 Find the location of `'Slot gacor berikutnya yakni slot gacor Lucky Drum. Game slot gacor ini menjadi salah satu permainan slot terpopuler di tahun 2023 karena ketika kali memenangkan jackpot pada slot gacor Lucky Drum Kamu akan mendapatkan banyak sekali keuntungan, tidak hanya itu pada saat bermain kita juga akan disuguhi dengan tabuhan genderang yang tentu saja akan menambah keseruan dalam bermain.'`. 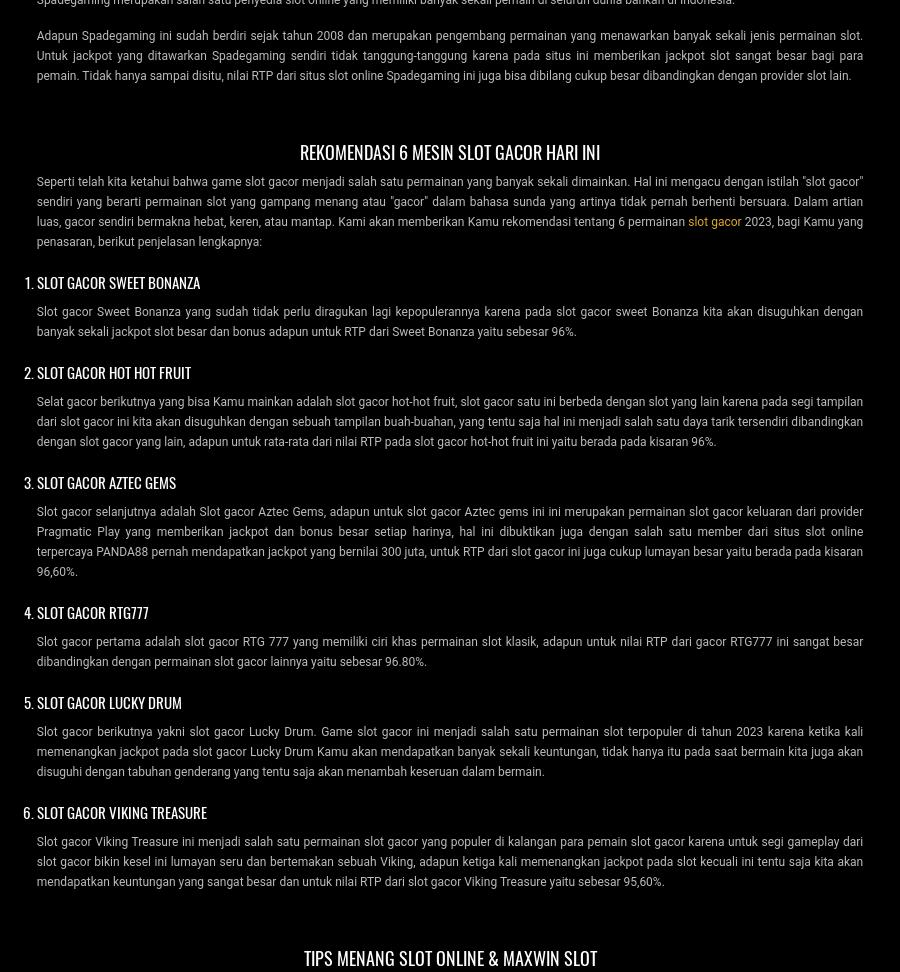

'Slot gacor berikutnya yakni slot gacor Lucky Drum. Game slot gacor ini menjadi salah satu permainan slot terpopuler di tahun 2023 karena ketika kali memenangkan jackpot pada slot gacor Lucky Drum Kamu akan mendapatkan banyak sekali keuntungan, tidak hanya itu pada saat bermain kita juga akan disuguhi dengan tabuhan genderang yang tentu saja akan menambah keseruan dalam bermain.' is located at coordinates (449, 750).